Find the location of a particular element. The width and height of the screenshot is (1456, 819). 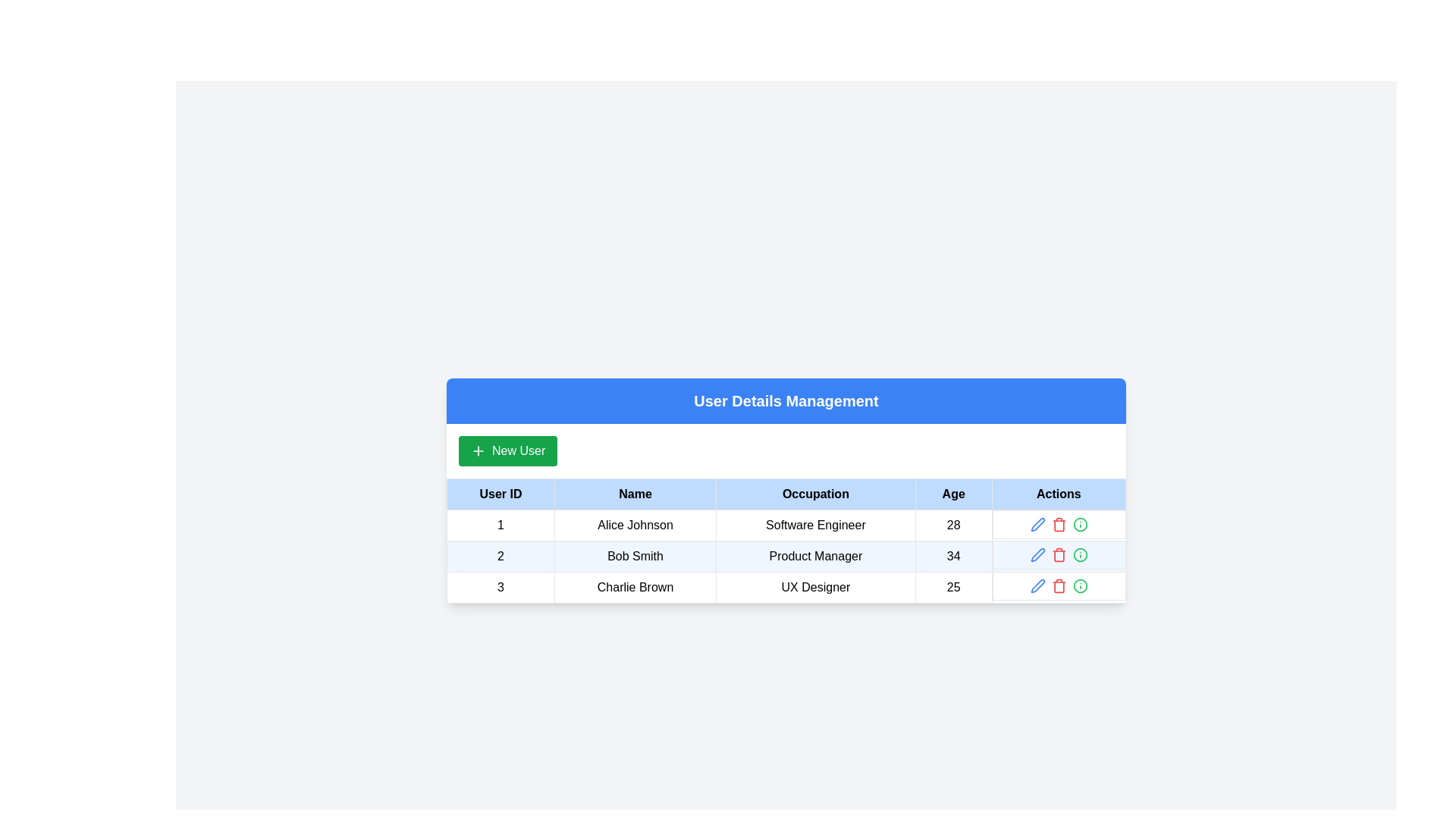

the blue pen icon located is located at coordinates (1037, 555).